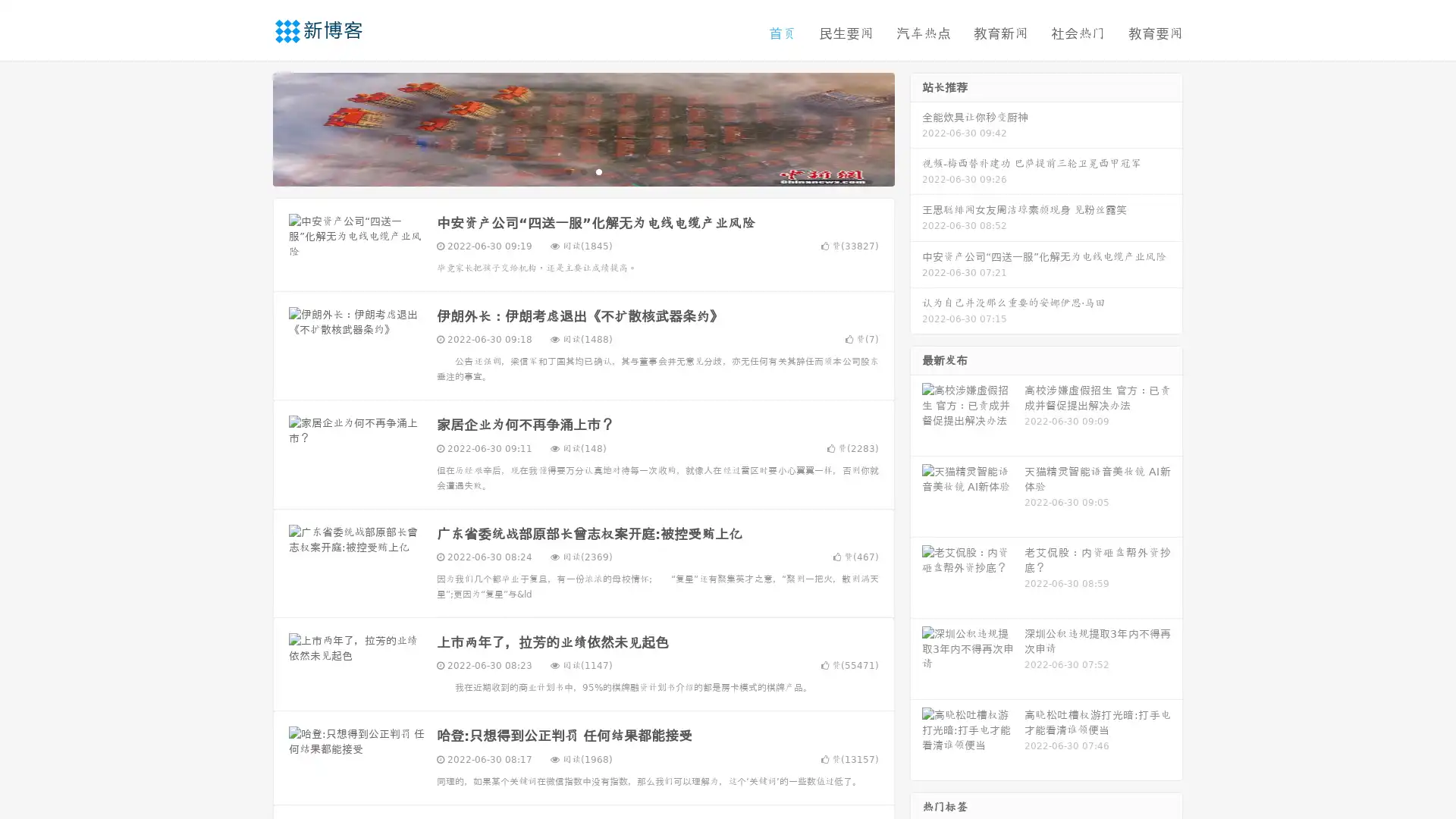 This screenshot has width=1456, height=819. I want to click on Go to slide 2, so click(582, 171).